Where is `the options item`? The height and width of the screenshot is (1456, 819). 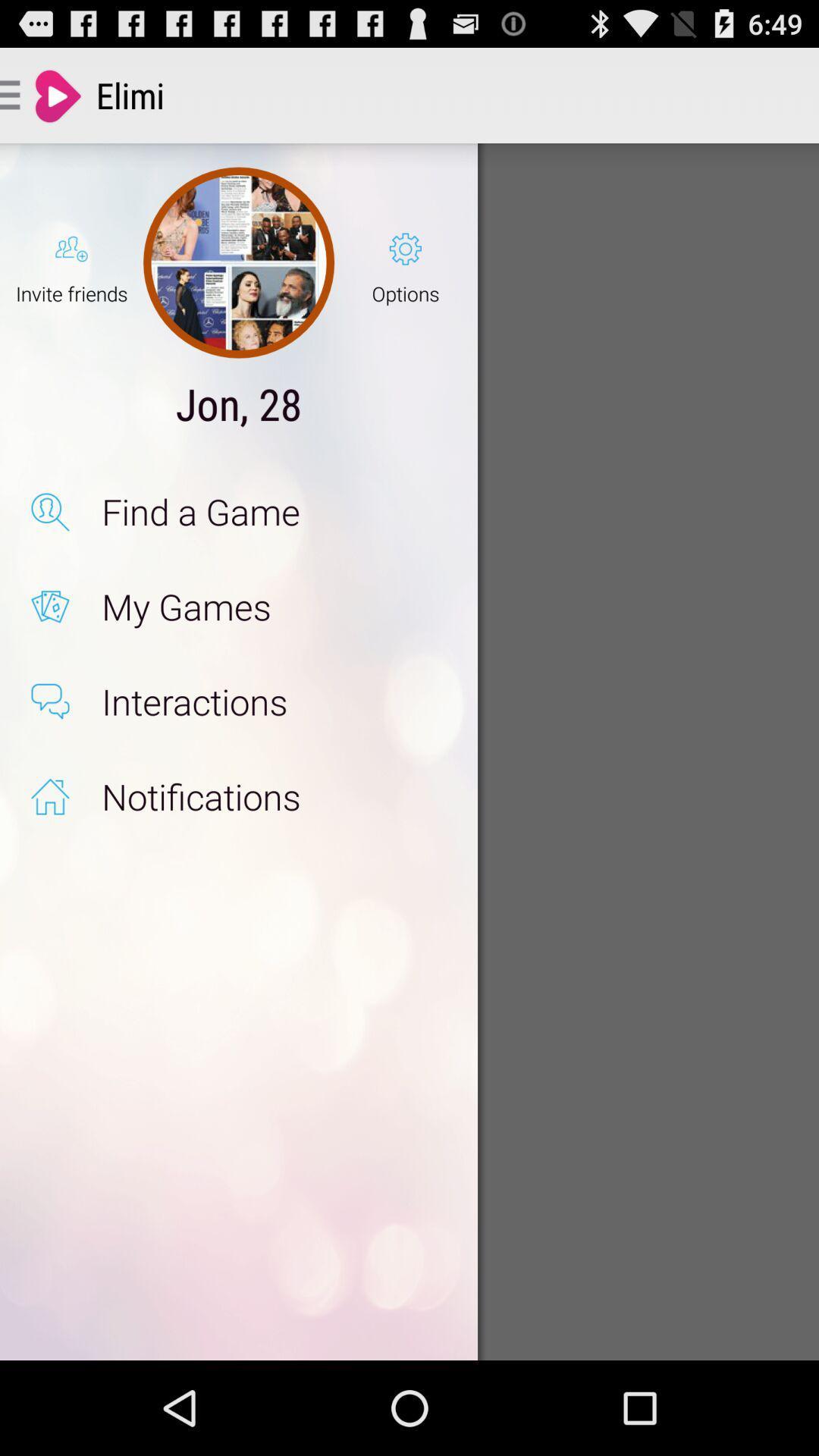
the options item is located at coordinates (405, 262).